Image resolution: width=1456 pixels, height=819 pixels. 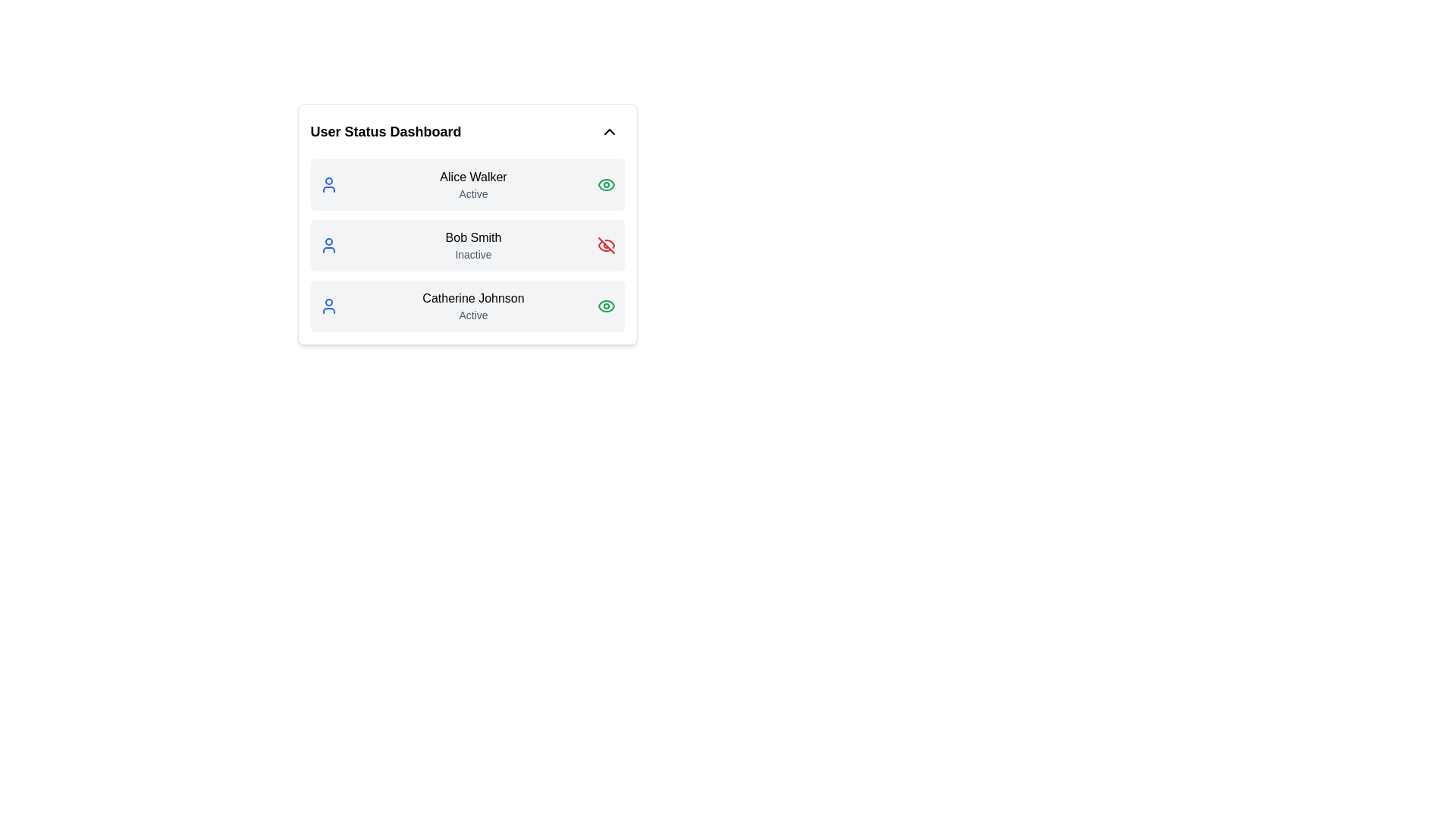 What do you see at coordinates (605, 306) in the screenshot?
I see `the green eye icon located to the right of the user profile displaying 'Catherine Johnson' and her status 'Active' for further actions` at bounding box center [605, 306].